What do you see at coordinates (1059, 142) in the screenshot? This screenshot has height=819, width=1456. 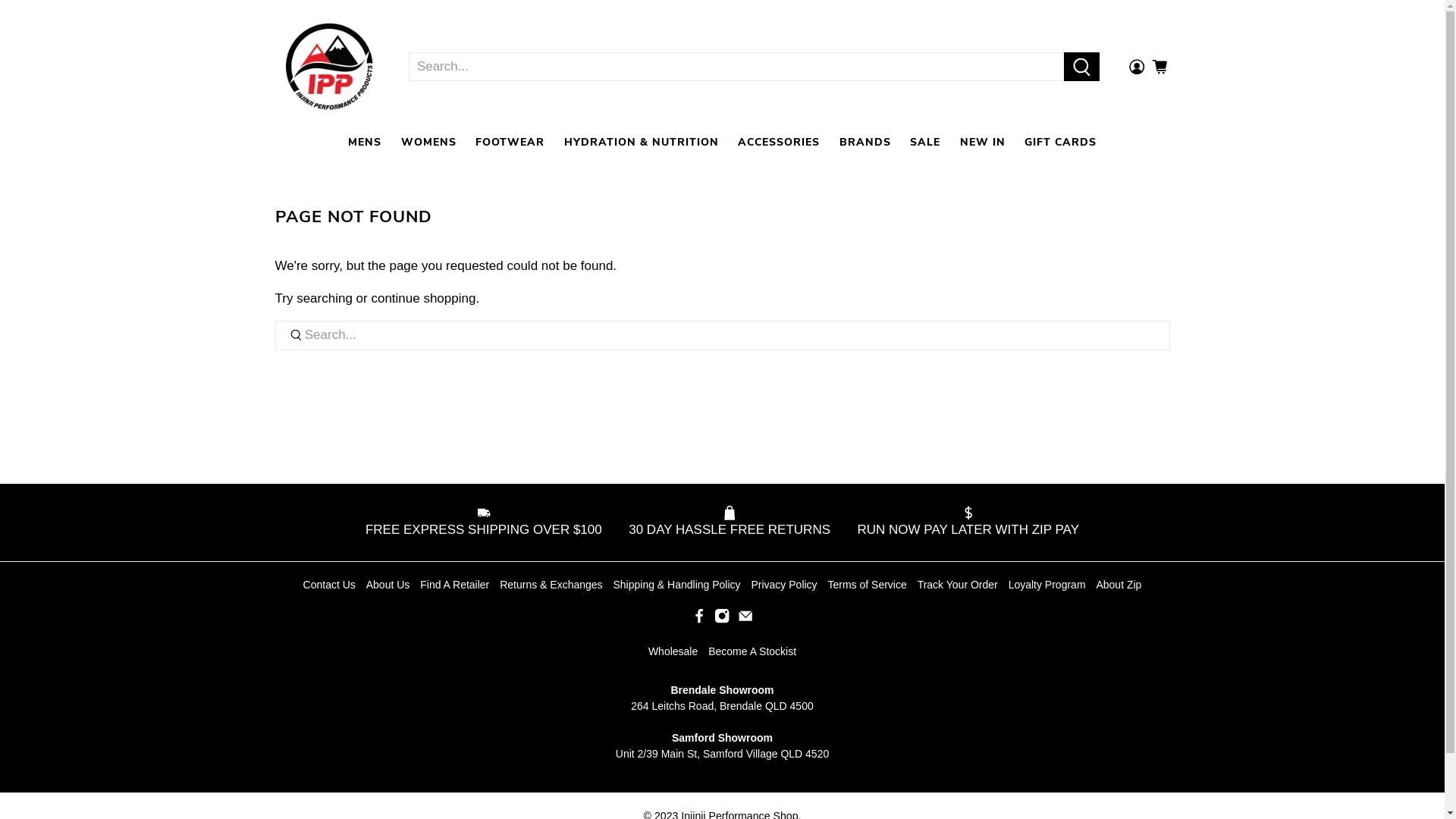 I see `'GIFT CARDS'` at bounding box center [1059, 142].